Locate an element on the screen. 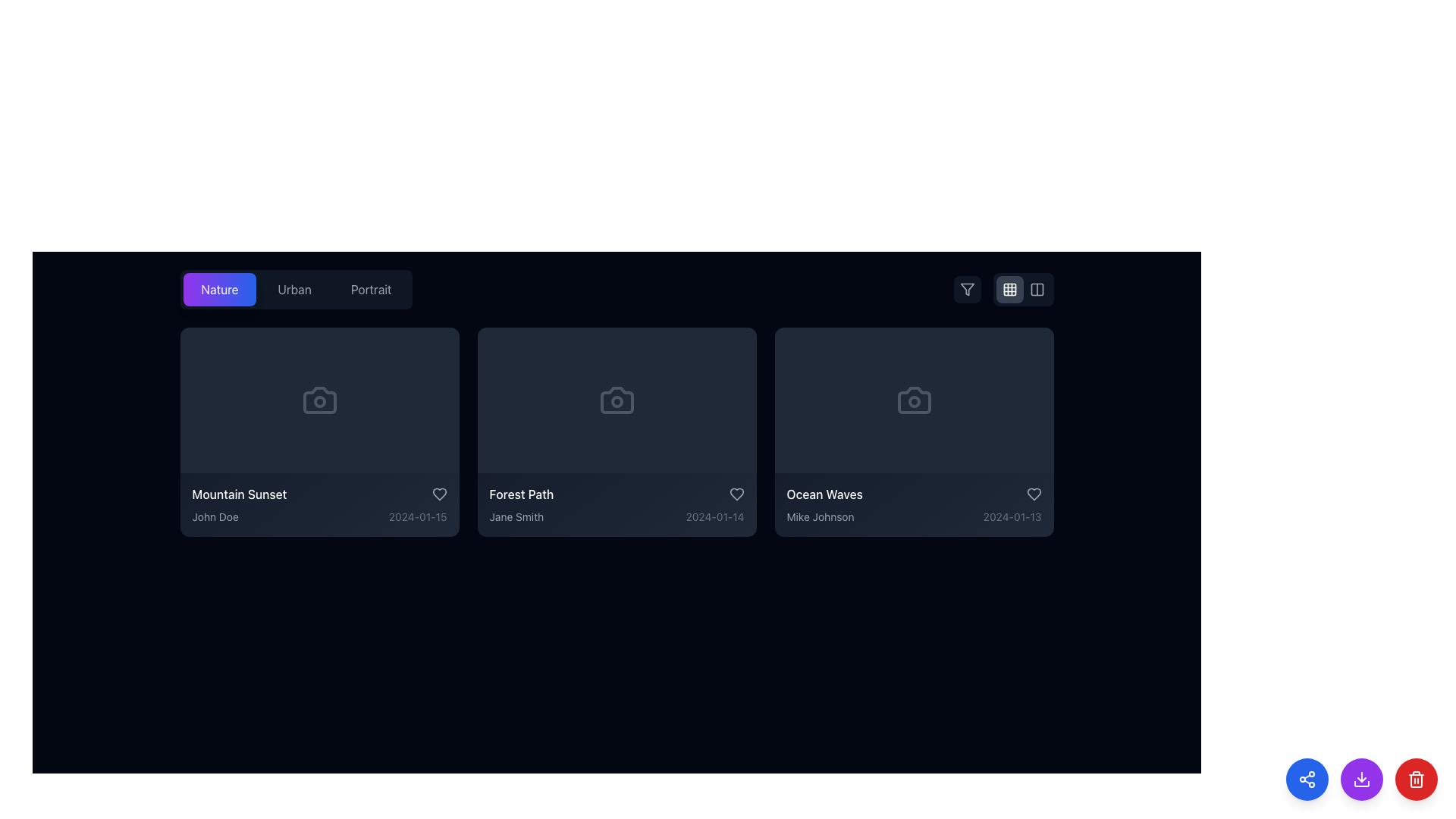  the grid layout button located at the top right corner of the user interface is located at coordinates (1009, 289).